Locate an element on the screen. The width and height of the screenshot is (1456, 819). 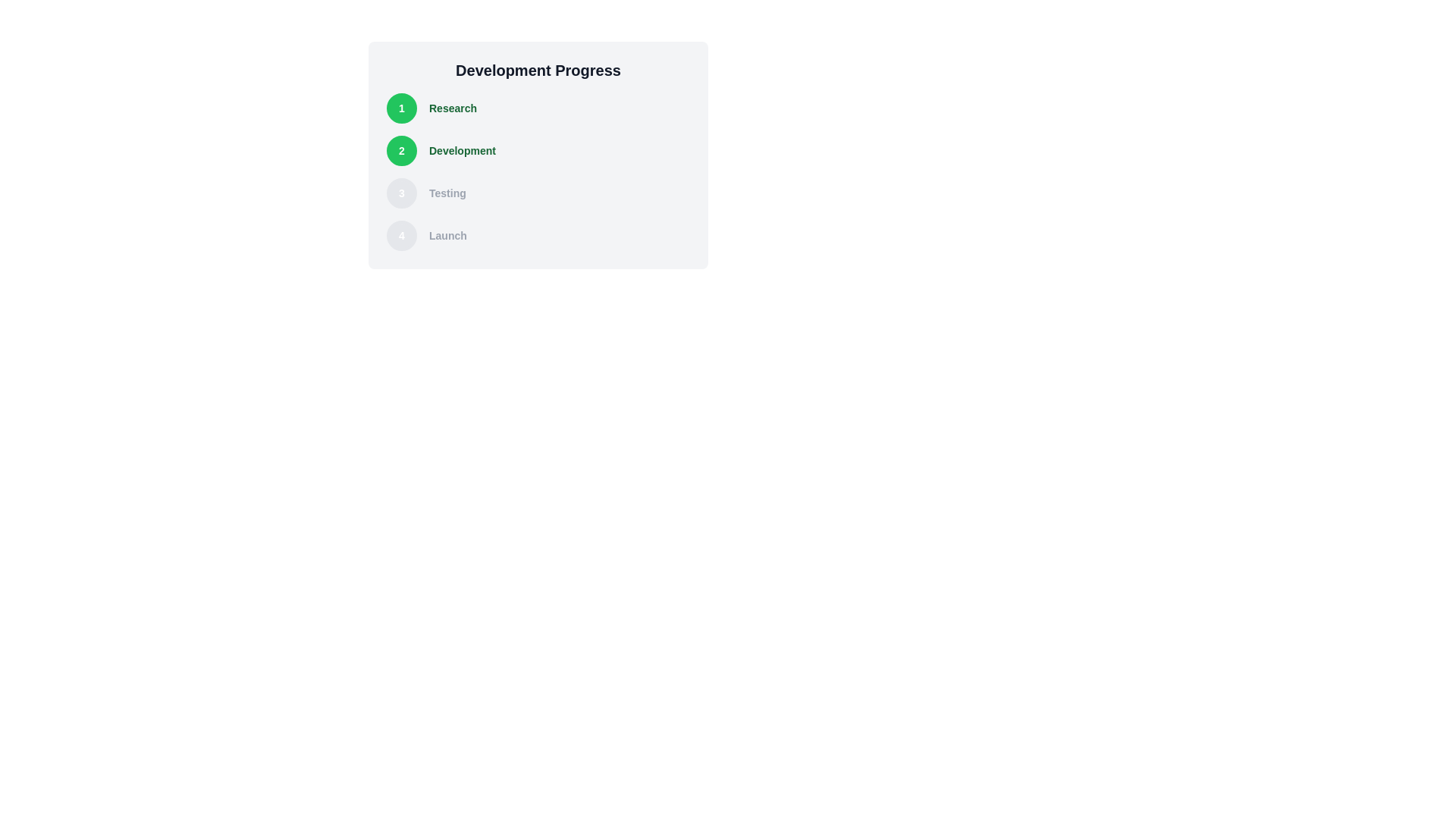
the text label displaying 'Launch' which is styled in a small, bold, gray font and is located next to a circular icon showing '4' is located at coordinates (447, 236).